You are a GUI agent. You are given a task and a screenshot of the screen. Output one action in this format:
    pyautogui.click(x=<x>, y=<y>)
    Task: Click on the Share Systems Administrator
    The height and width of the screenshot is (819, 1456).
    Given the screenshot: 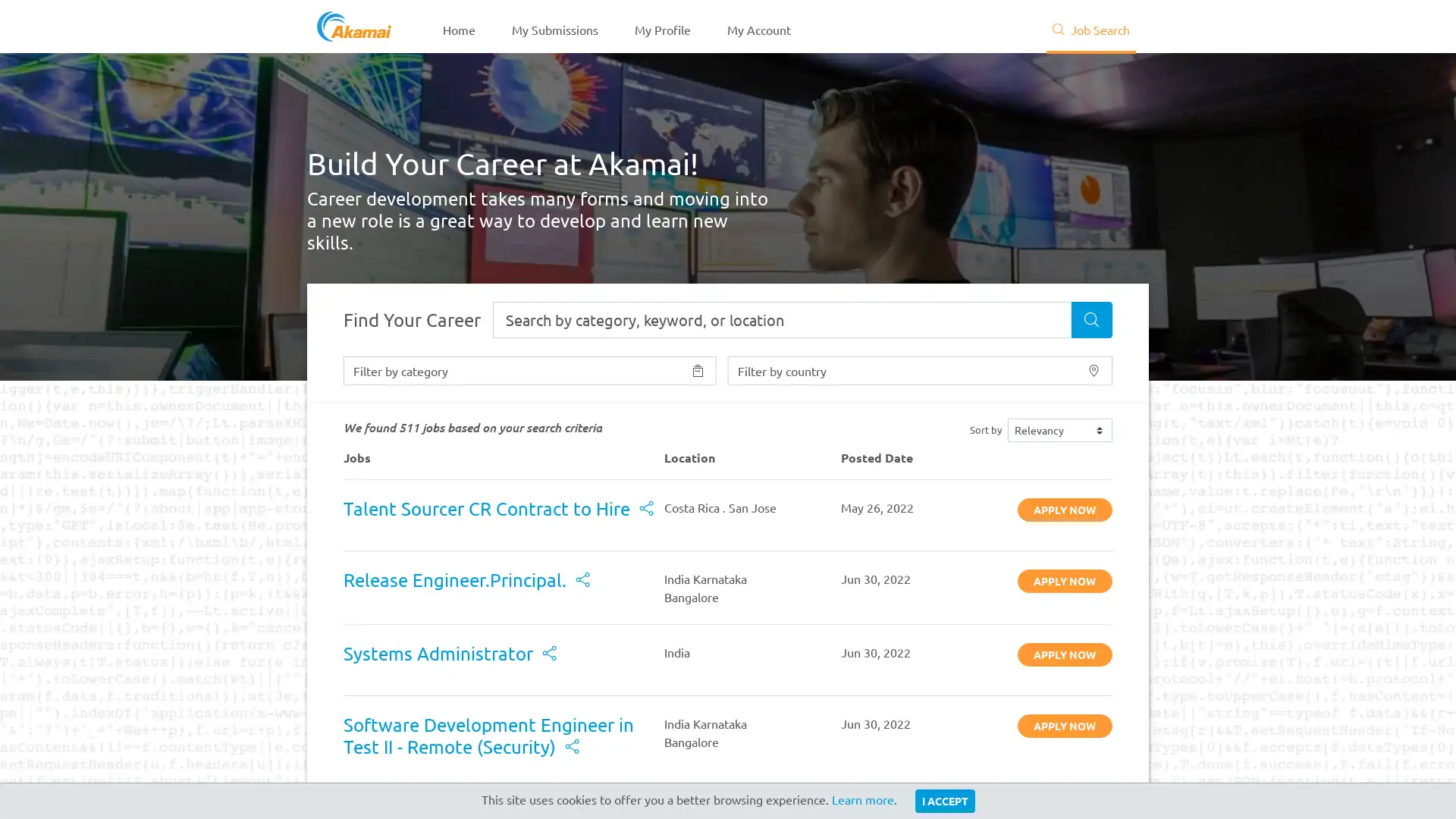 What is the action you would take?
    pyautogui.click(x=548, y=654)
    